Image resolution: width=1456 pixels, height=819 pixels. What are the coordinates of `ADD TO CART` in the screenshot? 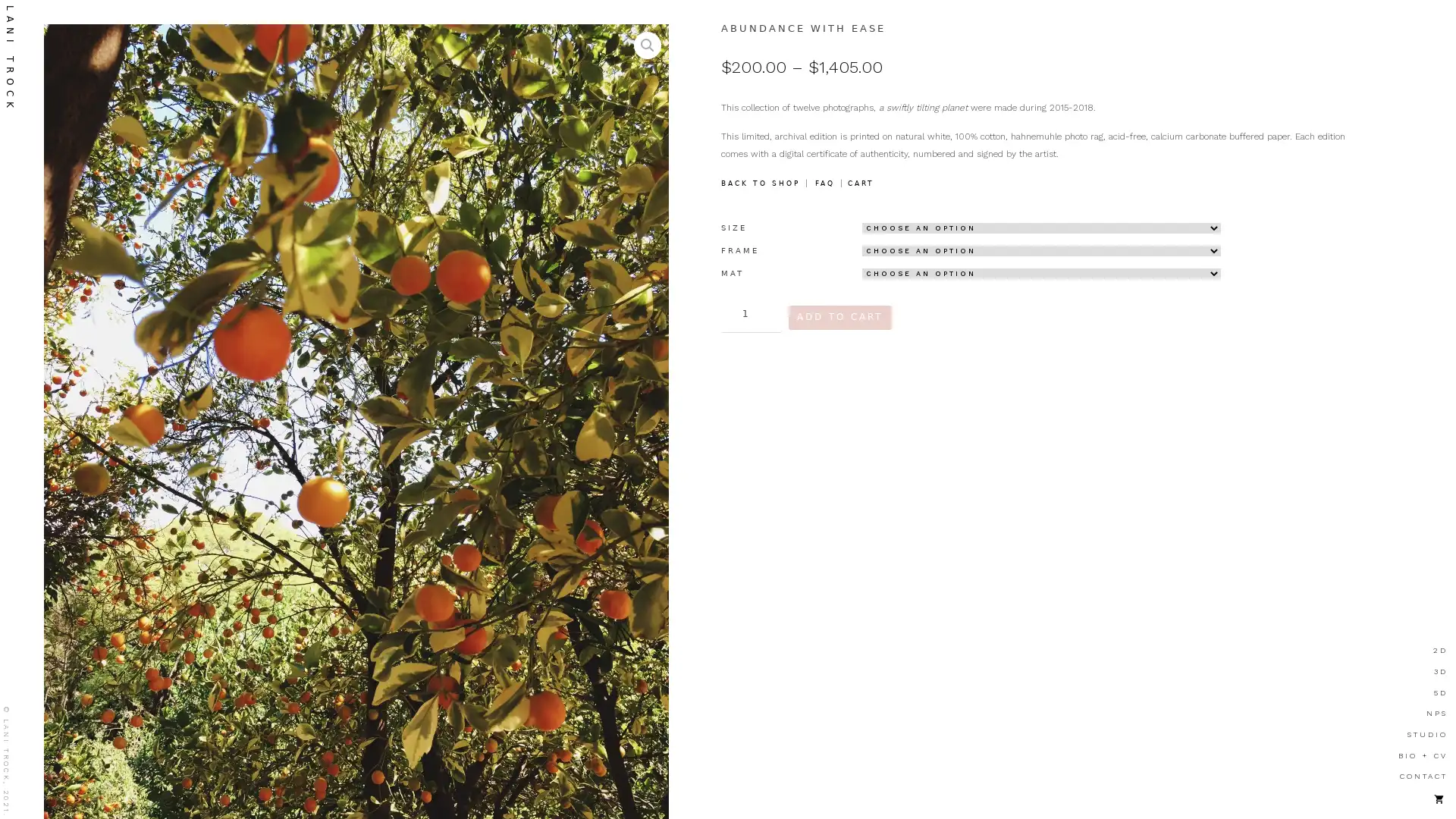 It's located at (839, 316).